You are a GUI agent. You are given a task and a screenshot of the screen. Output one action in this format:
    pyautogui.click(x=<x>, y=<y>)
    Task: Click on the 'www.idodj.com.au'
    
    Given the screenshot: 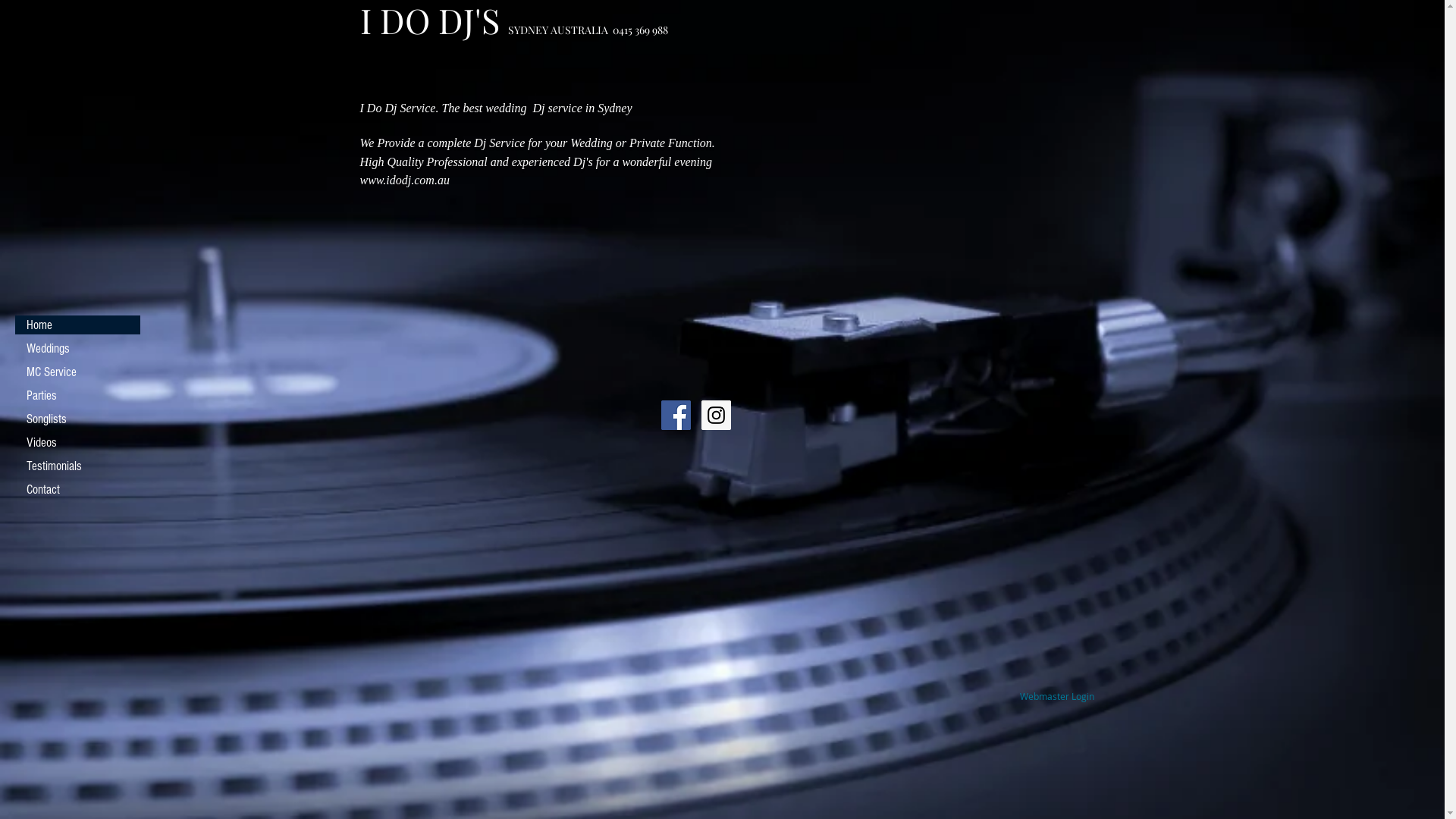 What is the action you would take?
    pyautogui.click(x=403, y=179)
    